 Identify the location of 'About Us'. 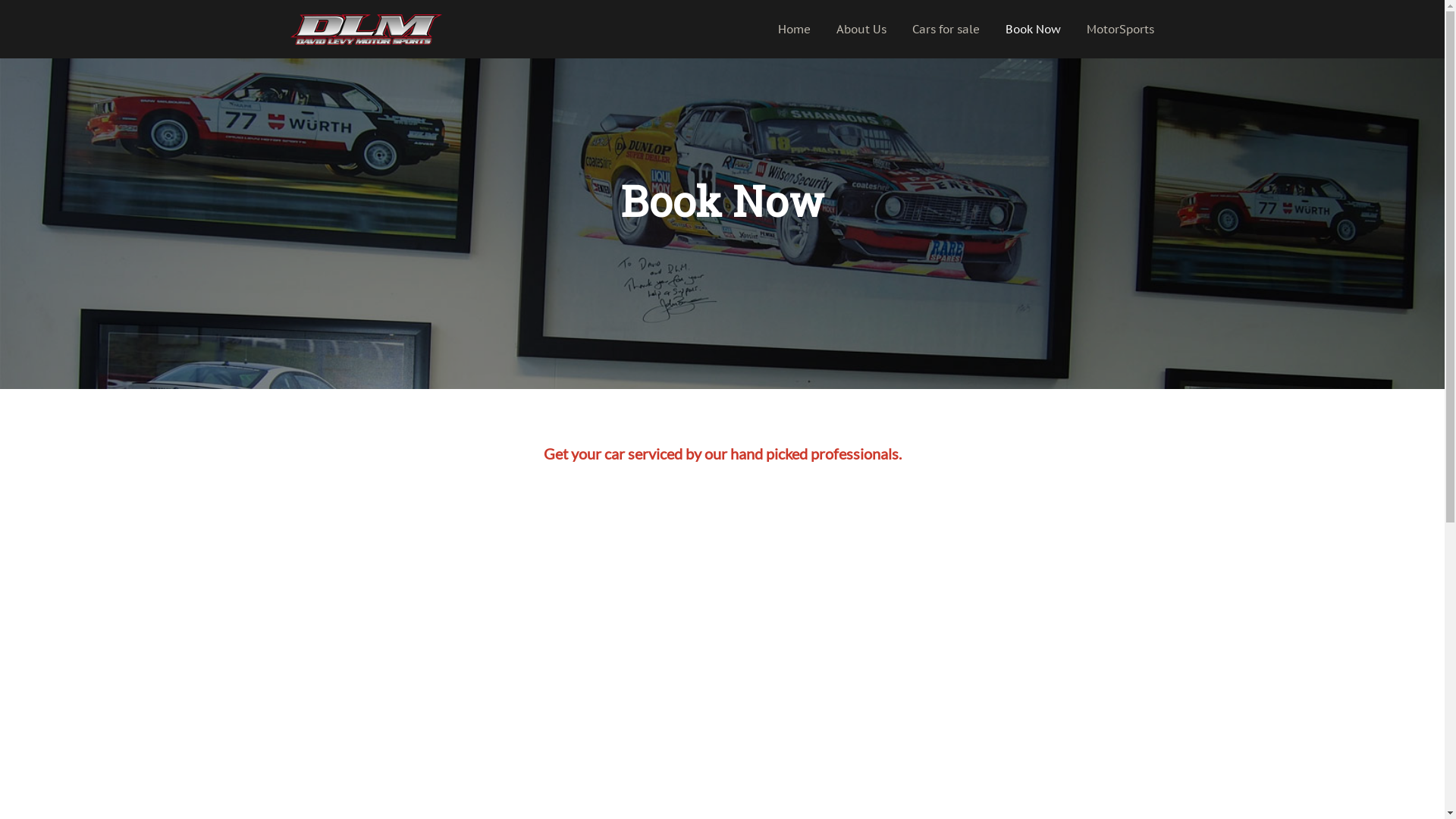
(861, 29).